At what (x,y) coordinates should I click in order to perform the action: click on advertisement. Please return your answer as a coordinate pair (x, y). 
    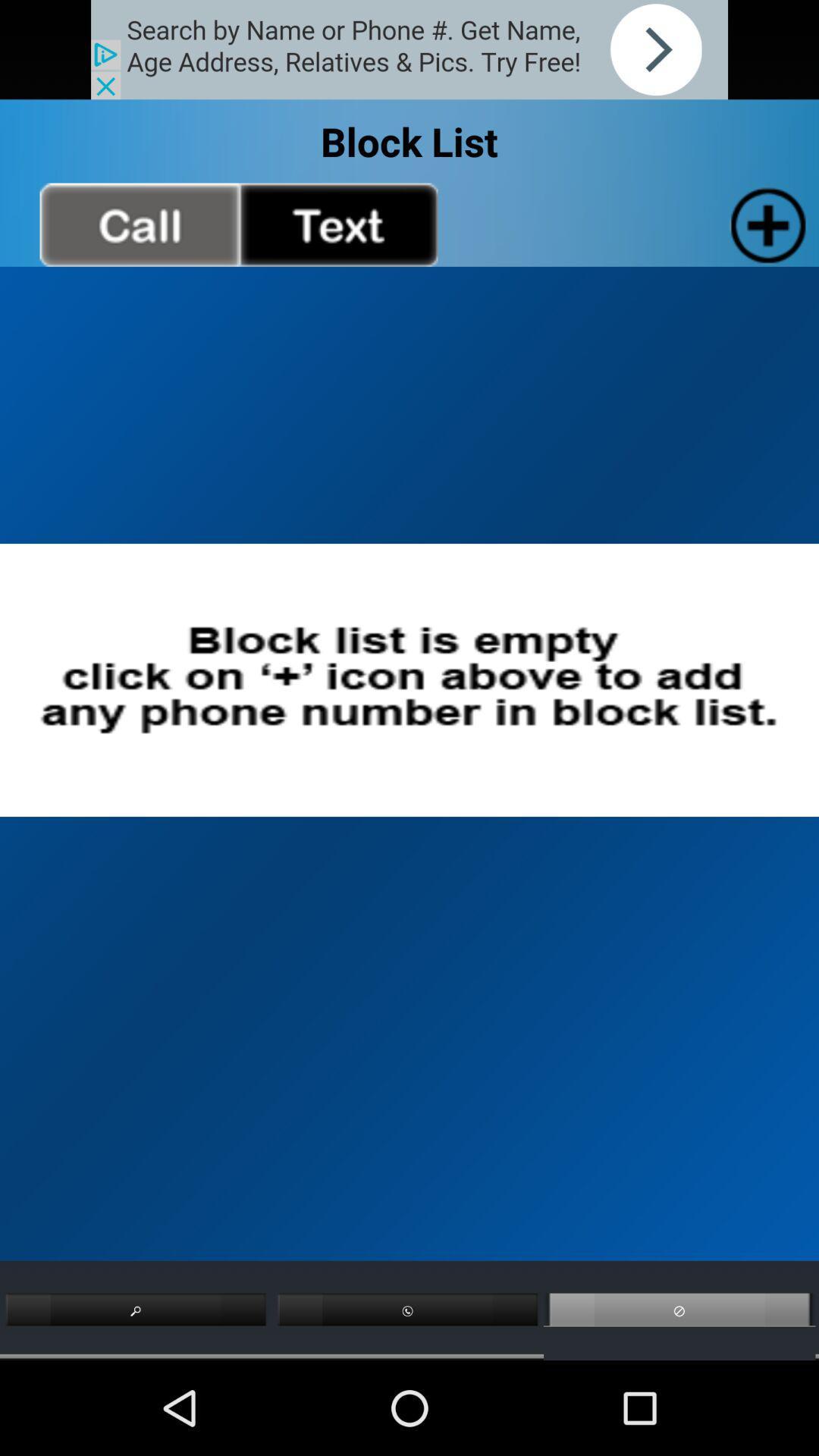
    Looking at the image, I should click on (409, 49).